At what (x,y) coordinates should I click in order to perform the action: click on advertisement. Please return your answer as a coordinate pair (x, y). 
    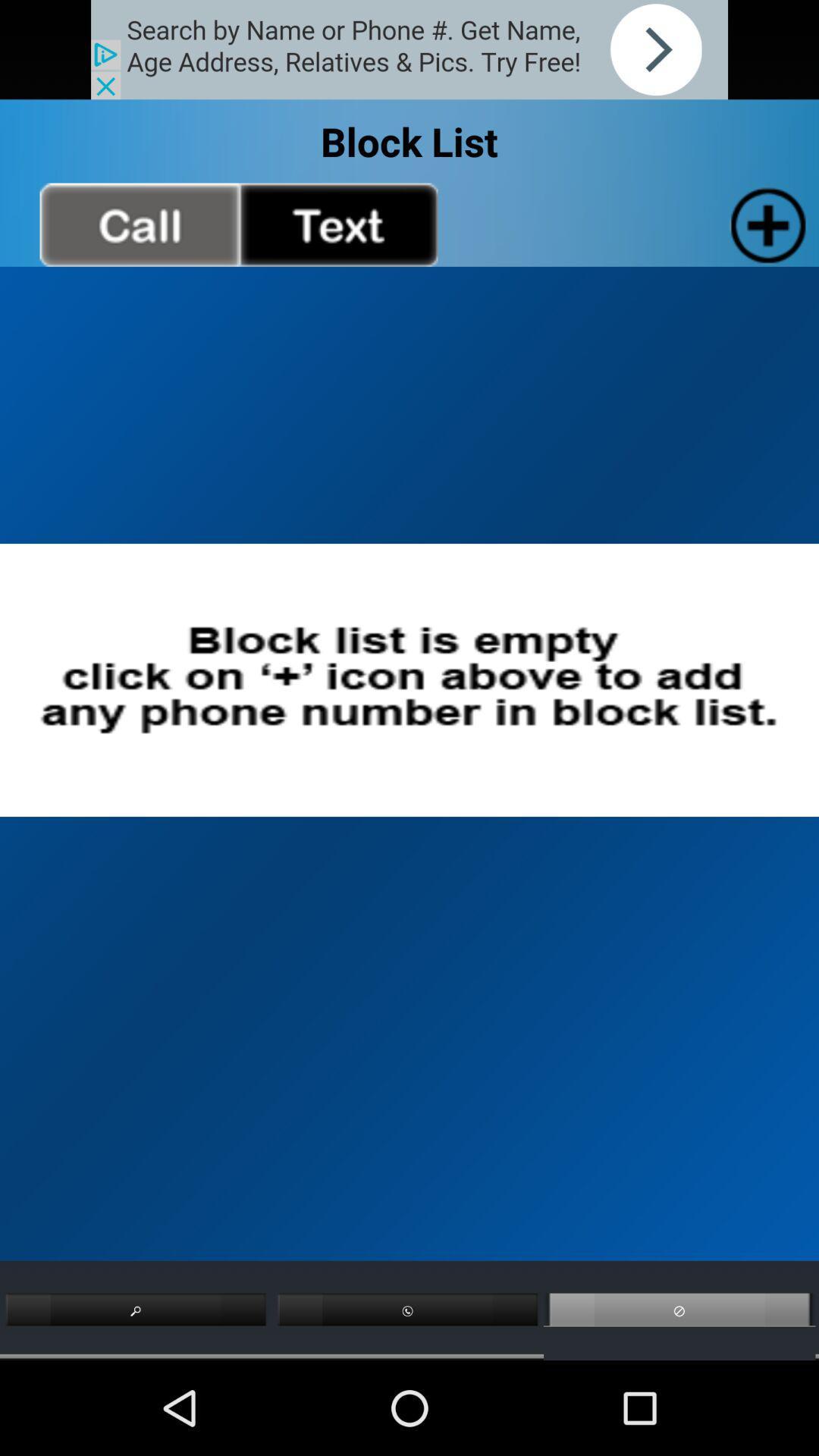
    Looking at the image, I should click on (409, 49).